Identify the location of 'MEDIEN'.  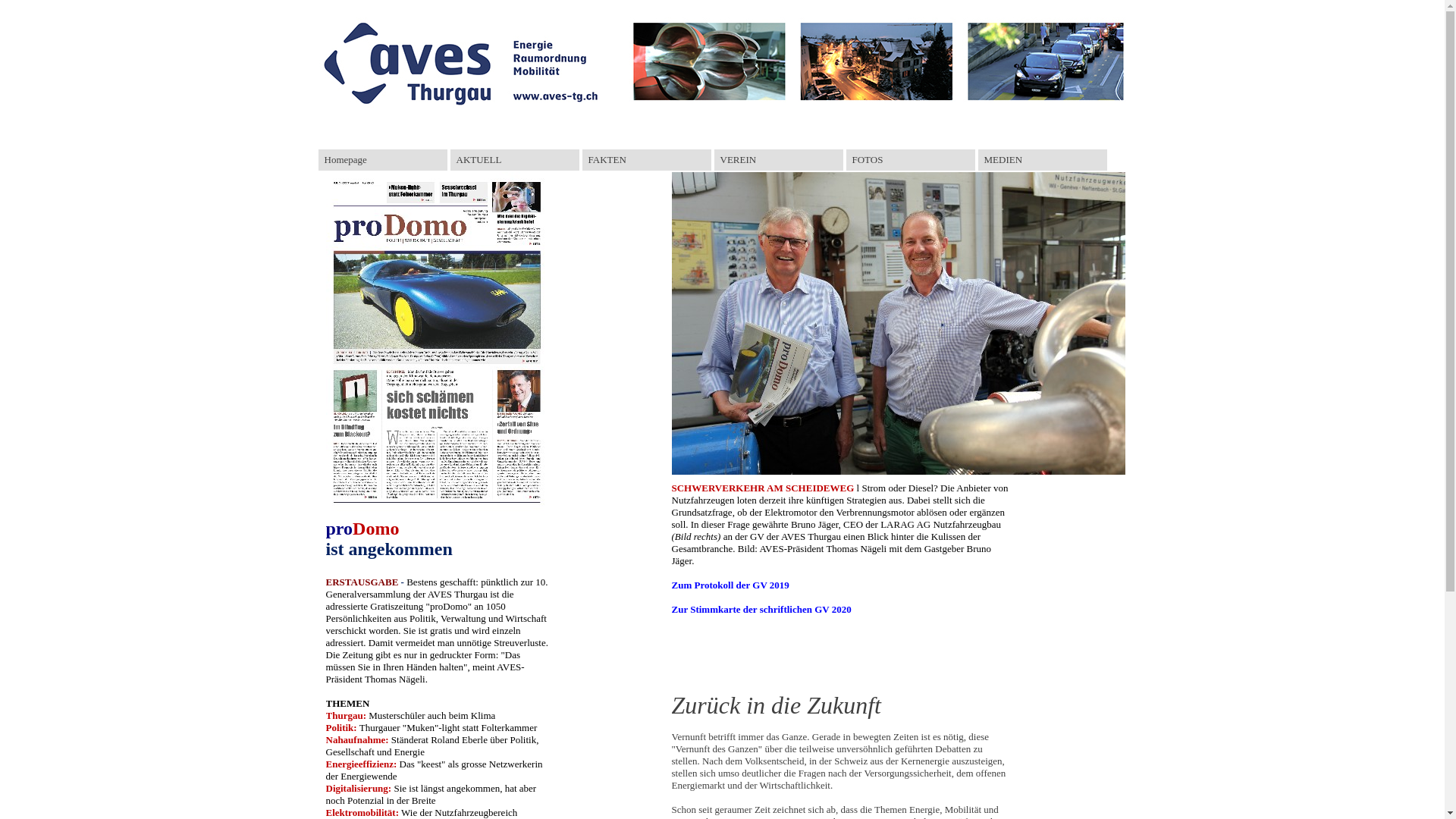
(1041, 160).